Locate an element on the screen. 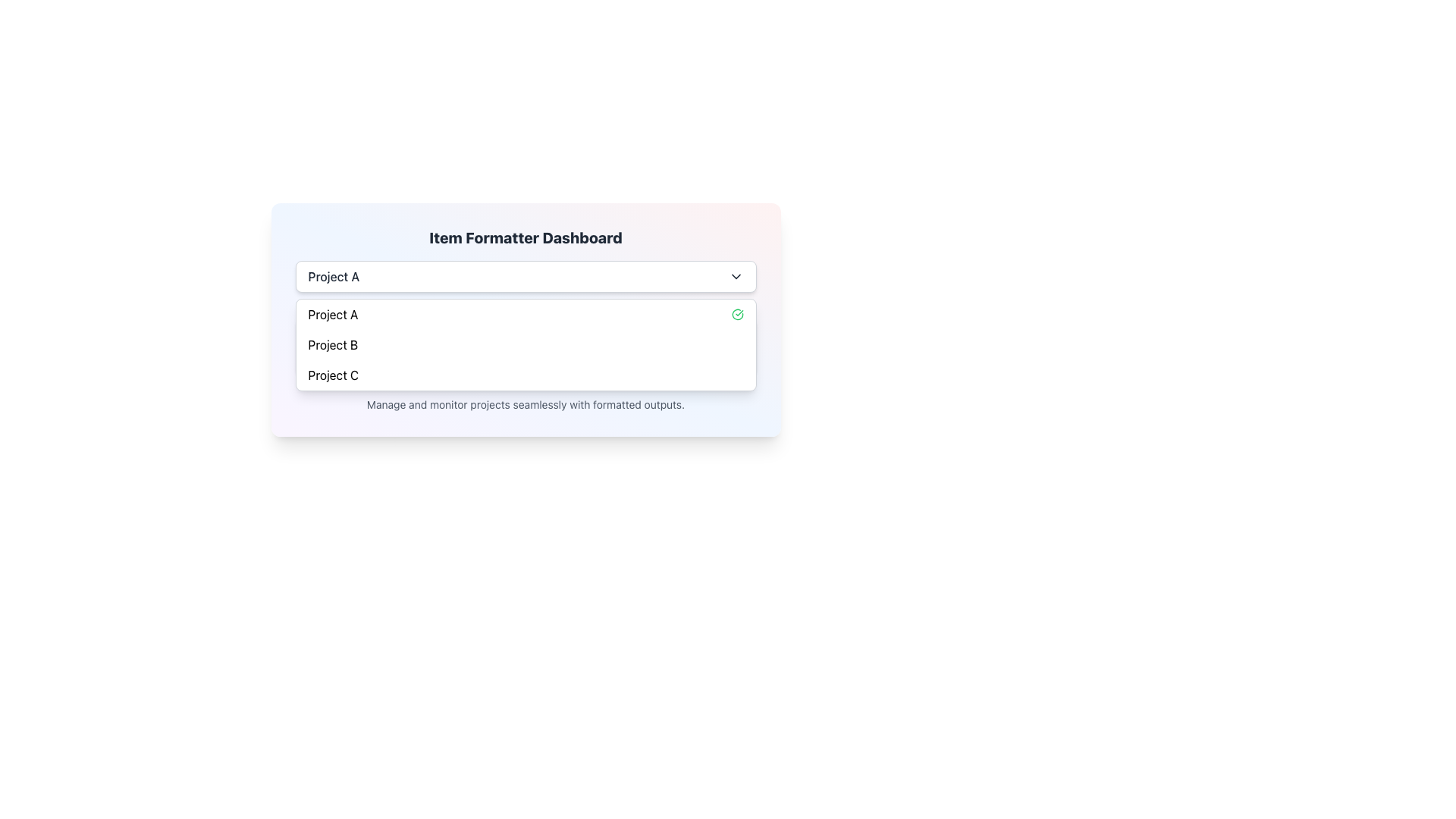 The width and height of the screenshot is (1456, 819). to select the list item displaying 'Project C', which is the third item in the dropdown menu is located at coordinates (526, 375).